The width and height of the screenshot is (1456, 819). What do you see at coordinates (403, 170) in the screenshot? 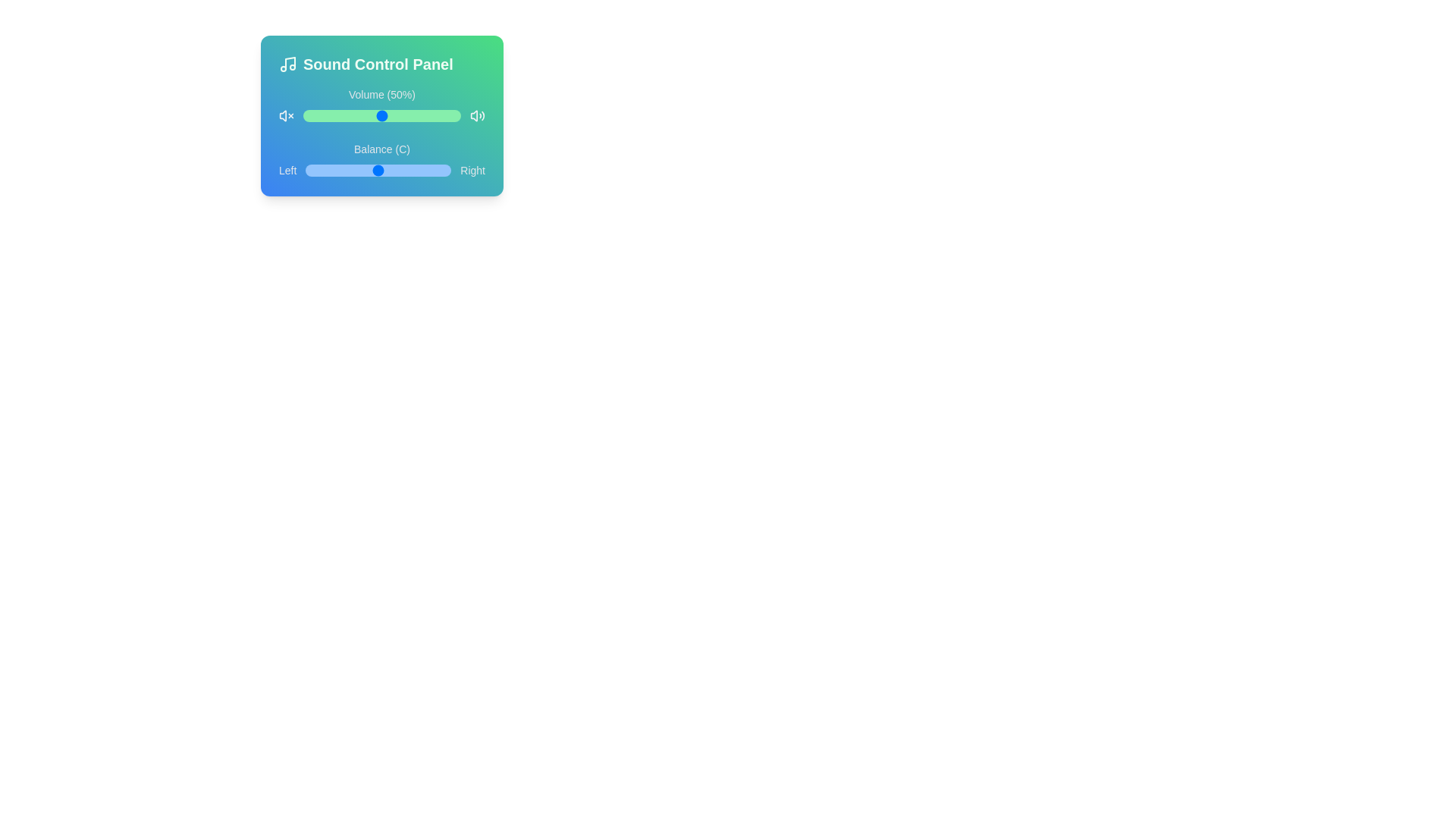
I see `the balance` at bounding box center [403, 170].